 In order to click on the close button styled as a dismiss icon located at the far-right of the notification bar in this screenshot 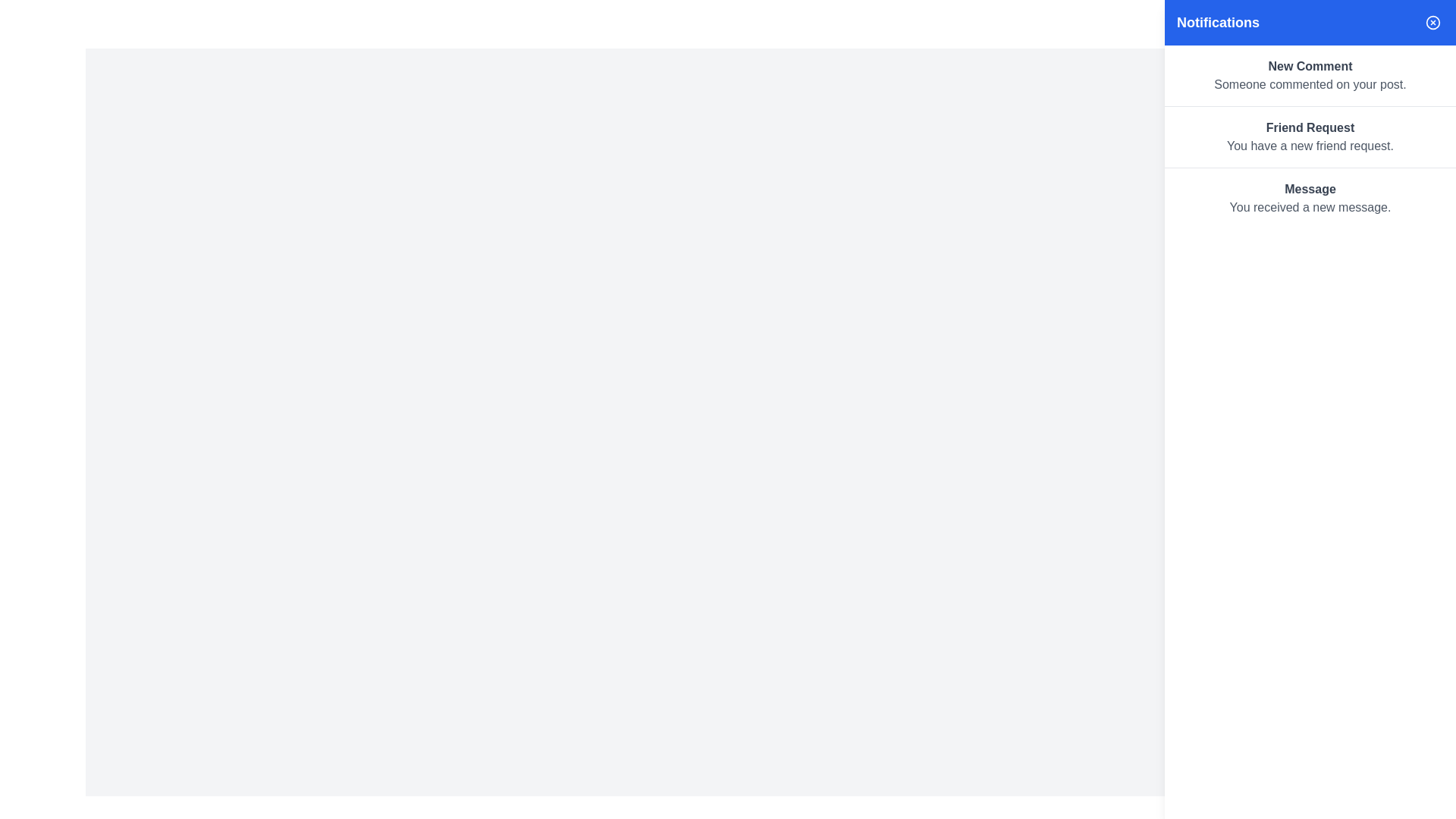, I will do `click(1432, 23)`.